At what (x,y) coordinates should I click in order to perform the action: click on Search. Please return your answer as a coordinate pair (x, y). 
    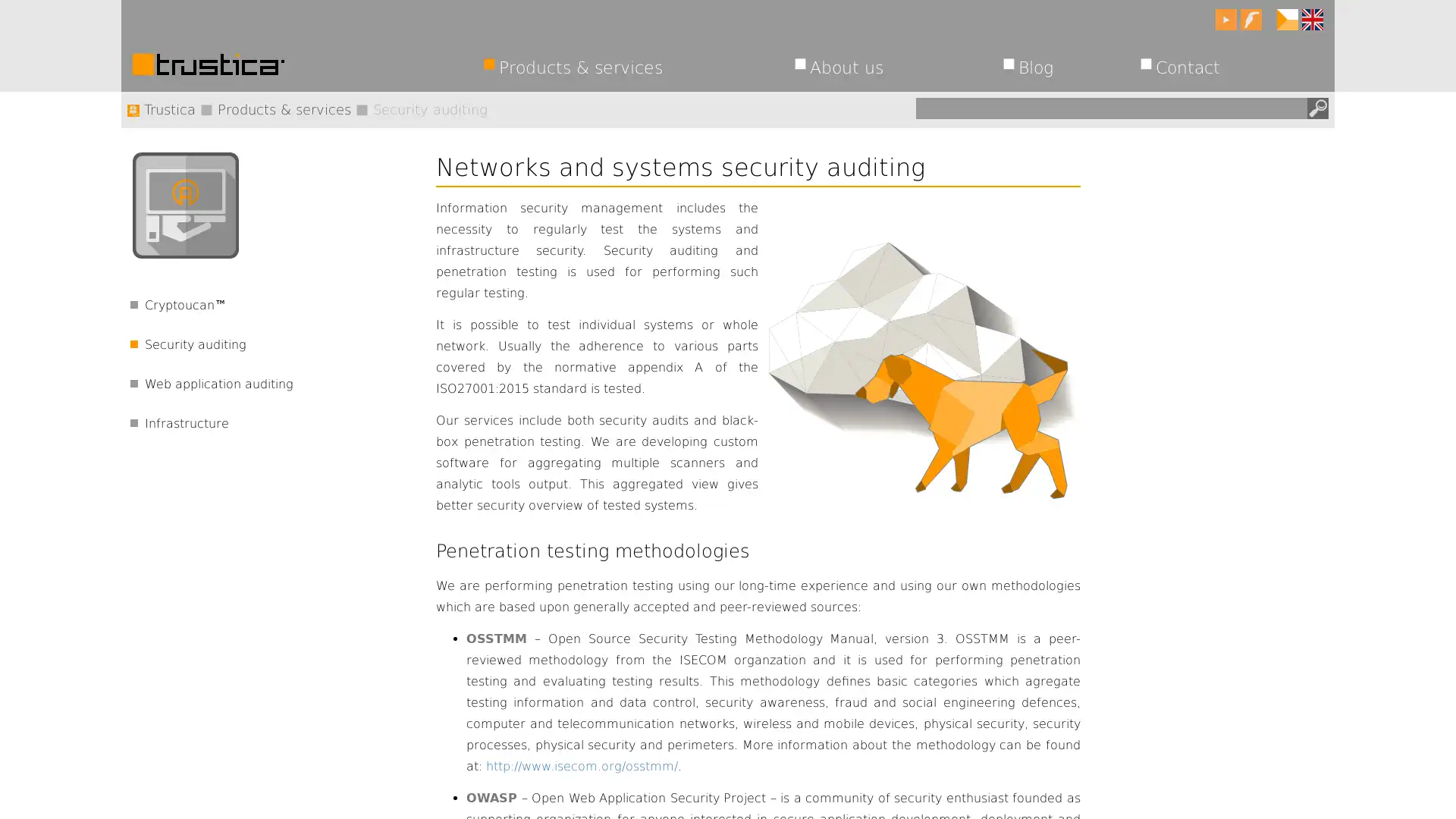
    Looking at the image, I should click on (1316, 107).